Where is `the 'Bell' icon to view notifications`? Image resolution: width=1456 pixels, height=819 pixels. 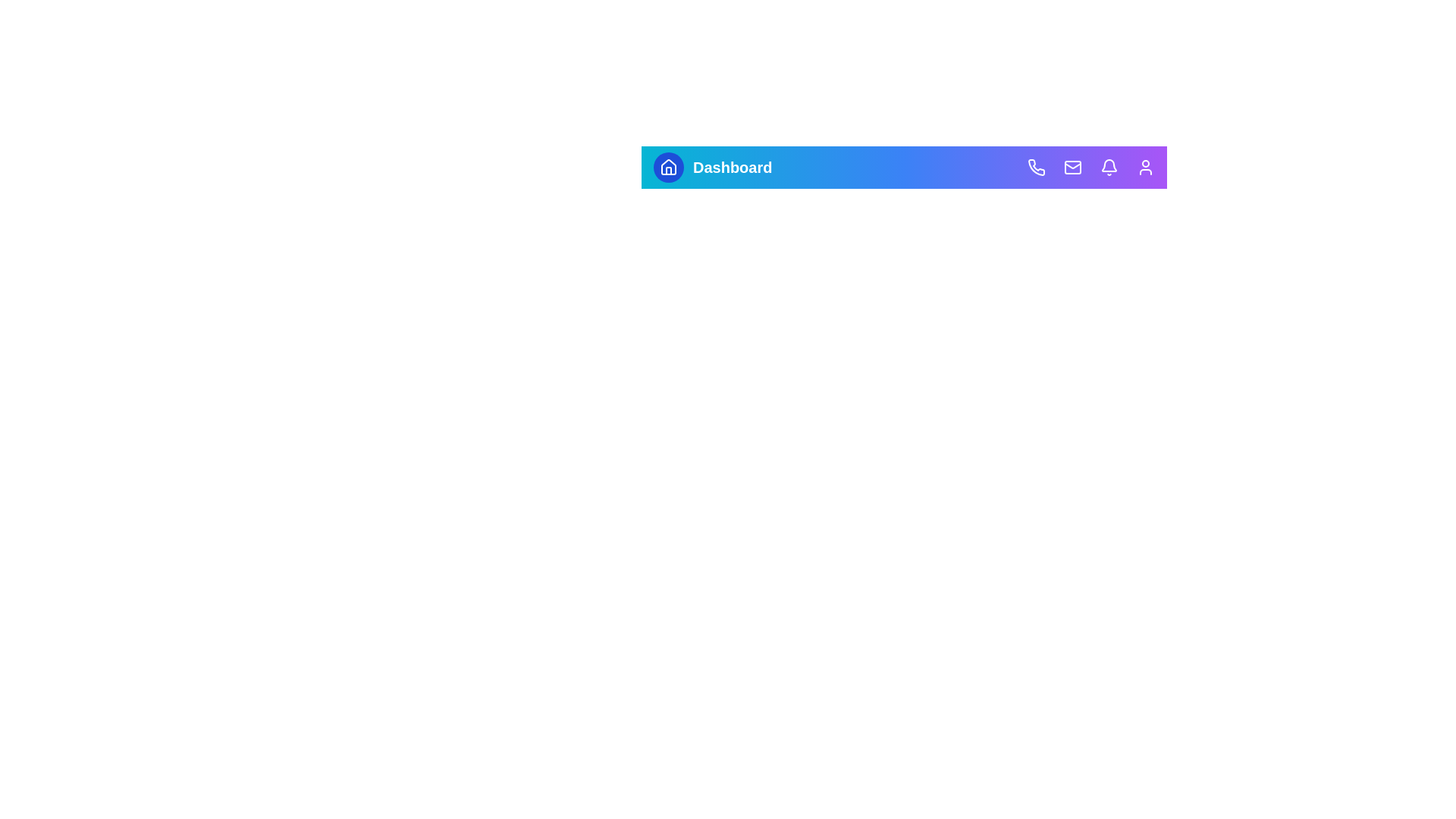 the 'Bell' icon to view notifications is located at coordinates (1109, 167).